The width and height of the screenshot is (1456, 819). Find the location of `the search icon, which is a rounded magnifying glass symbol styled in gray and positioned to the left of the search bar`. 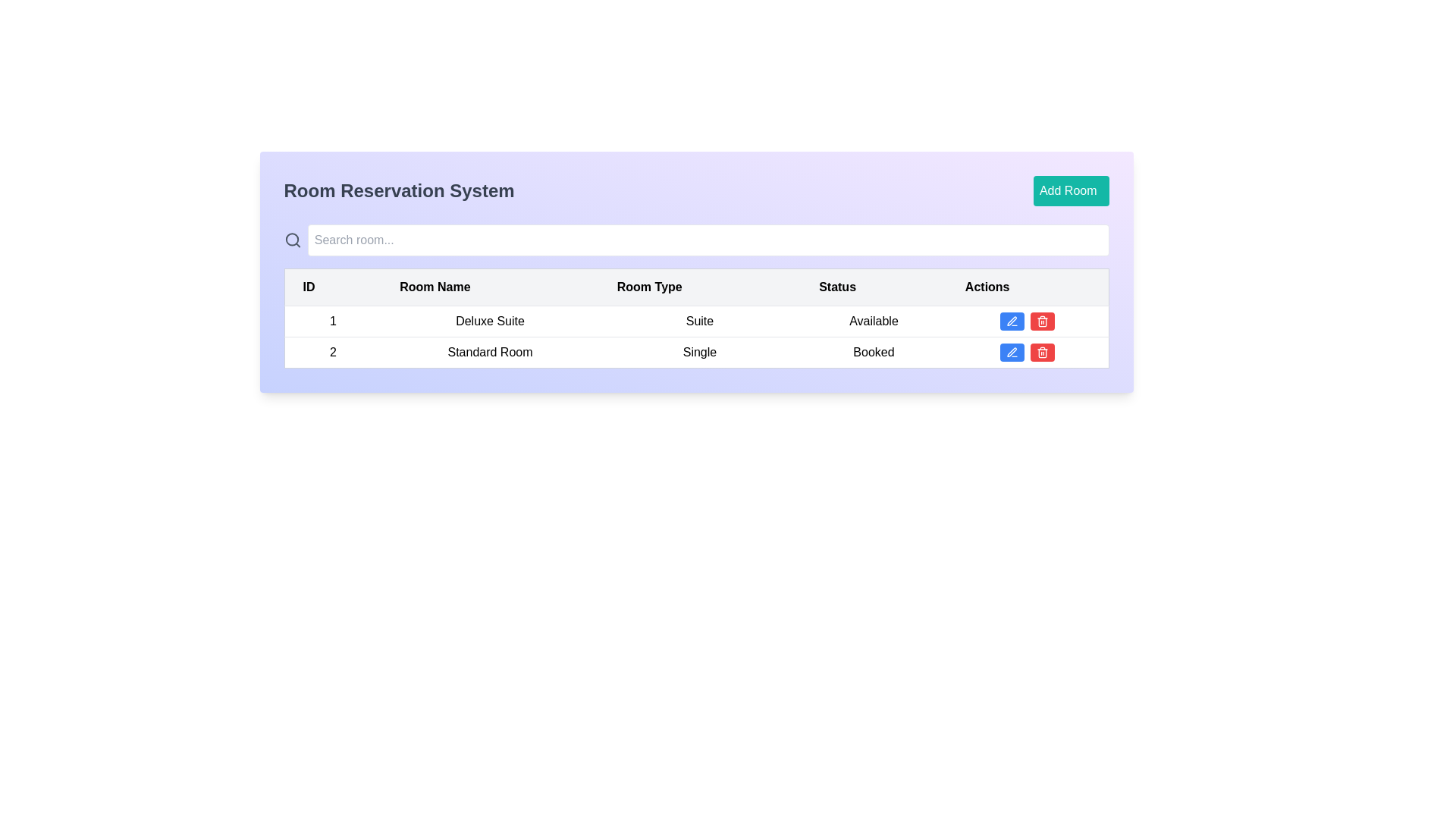

the search icon, which is a rounded magnifying glass symbol styled in gray and positioned to the left of the search bar is located at coordinates (293, 239).